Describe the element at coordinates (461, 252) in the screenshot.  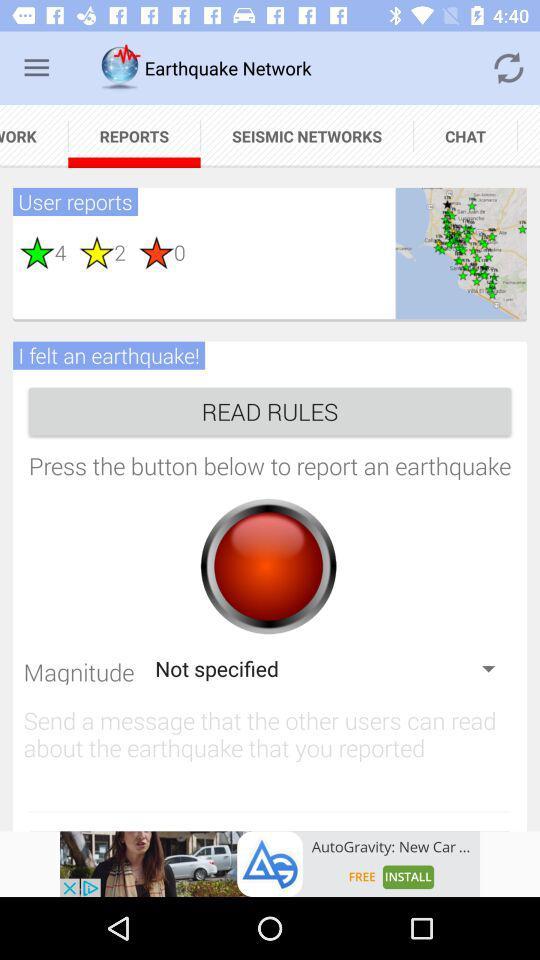
I see `the image which is below the chat to the top right corner` at that location.